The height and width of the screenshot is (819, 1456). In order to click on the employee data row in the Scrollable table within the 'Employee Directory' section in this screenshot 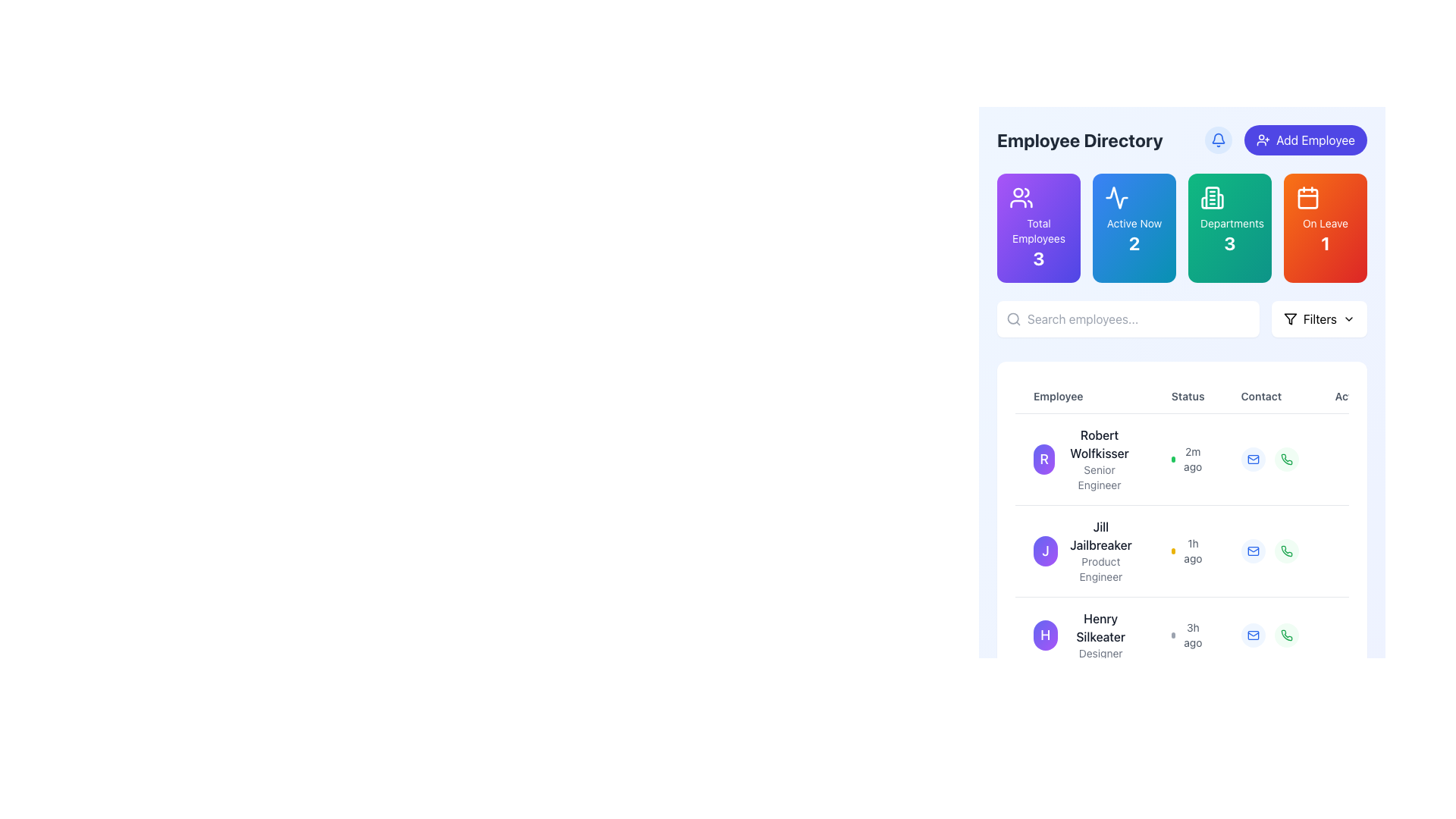, I will do `click(1181, 526)`.